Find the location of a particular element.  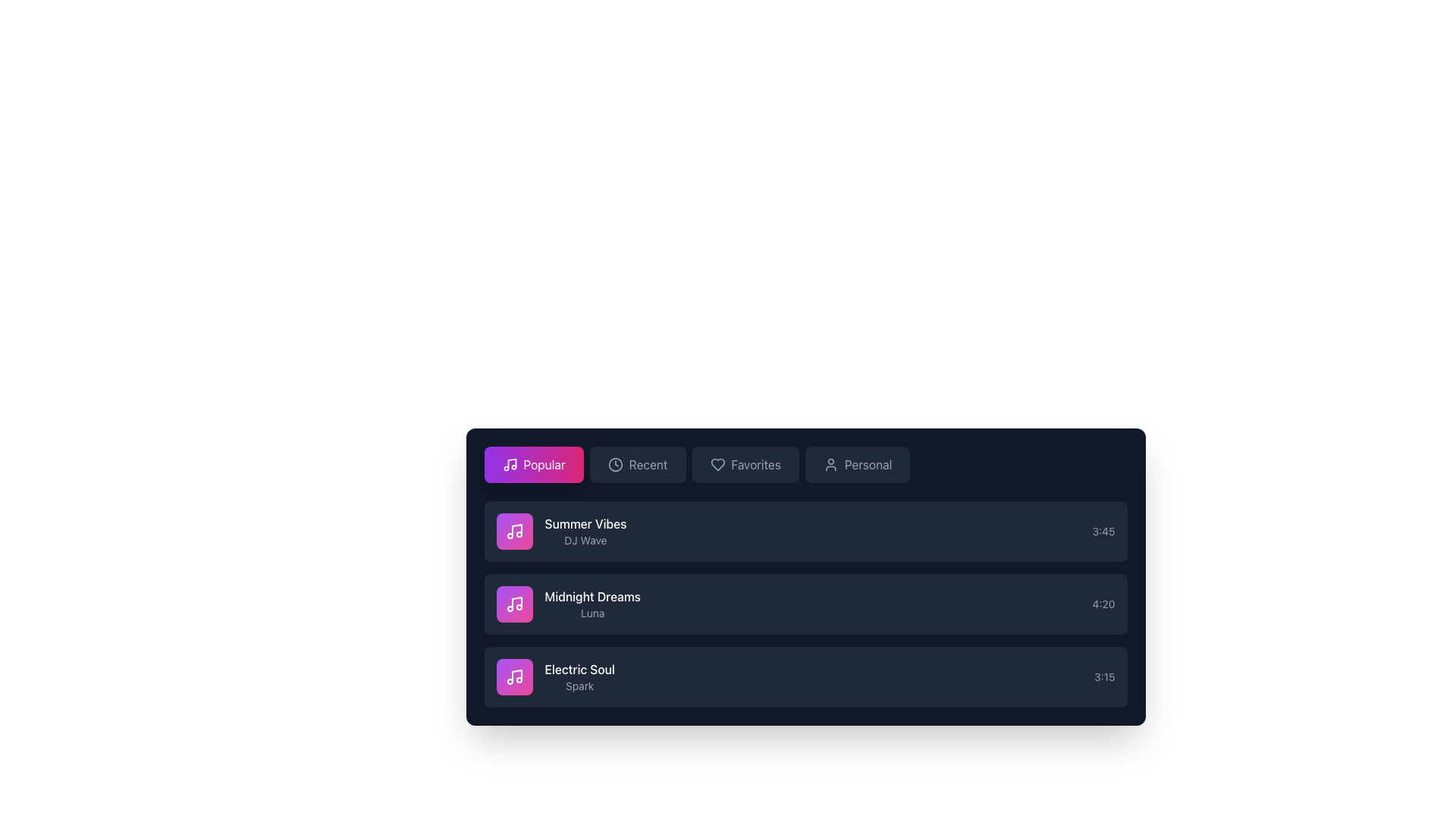

the 'Recent' navigation button located between the 'Popular' and 'Favorites' buttons is located at coordinates (637, 464).